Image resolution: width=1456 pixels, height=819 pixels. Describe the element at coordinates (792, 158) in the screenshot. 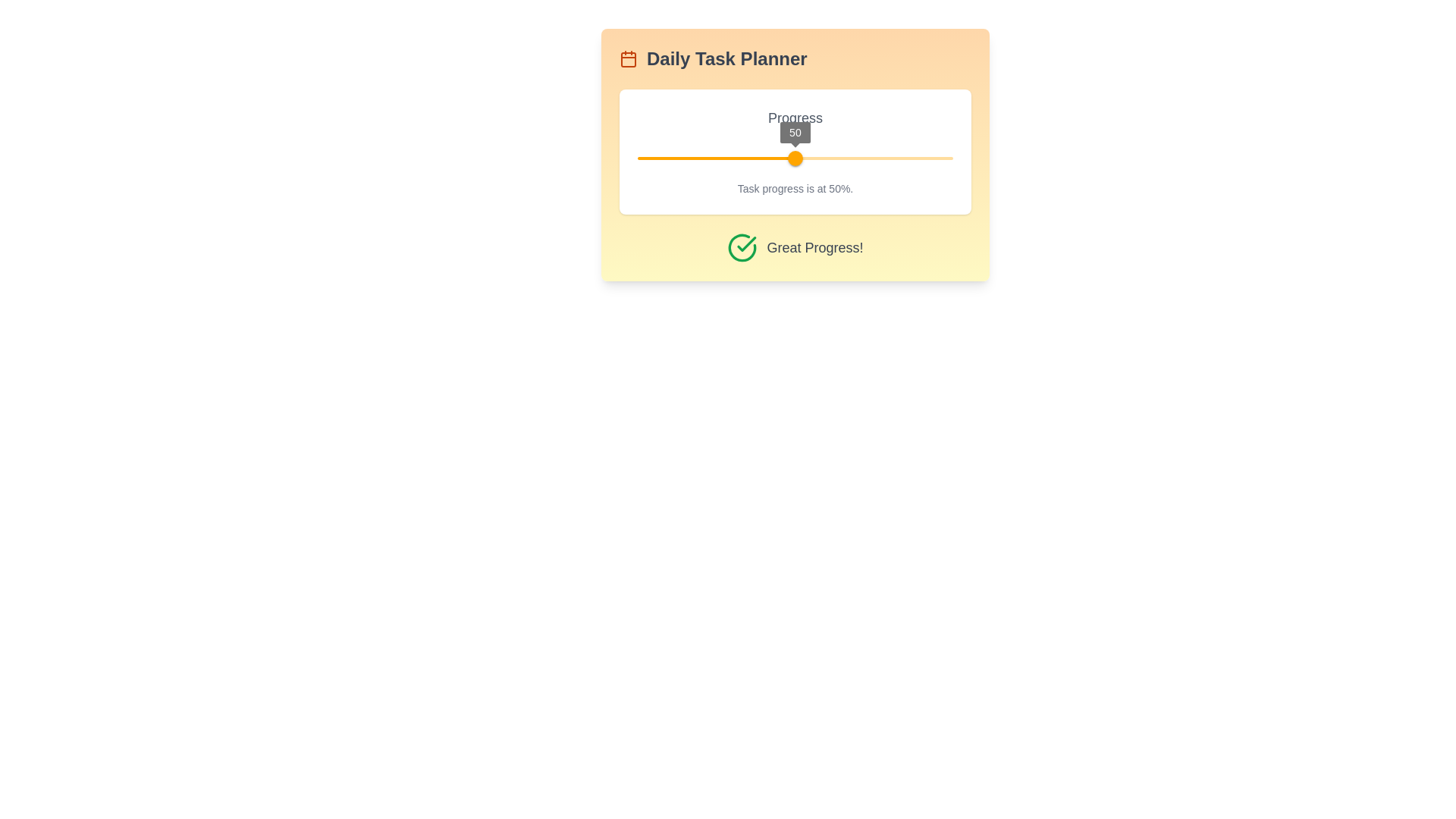

I see `the progress value` at that location.